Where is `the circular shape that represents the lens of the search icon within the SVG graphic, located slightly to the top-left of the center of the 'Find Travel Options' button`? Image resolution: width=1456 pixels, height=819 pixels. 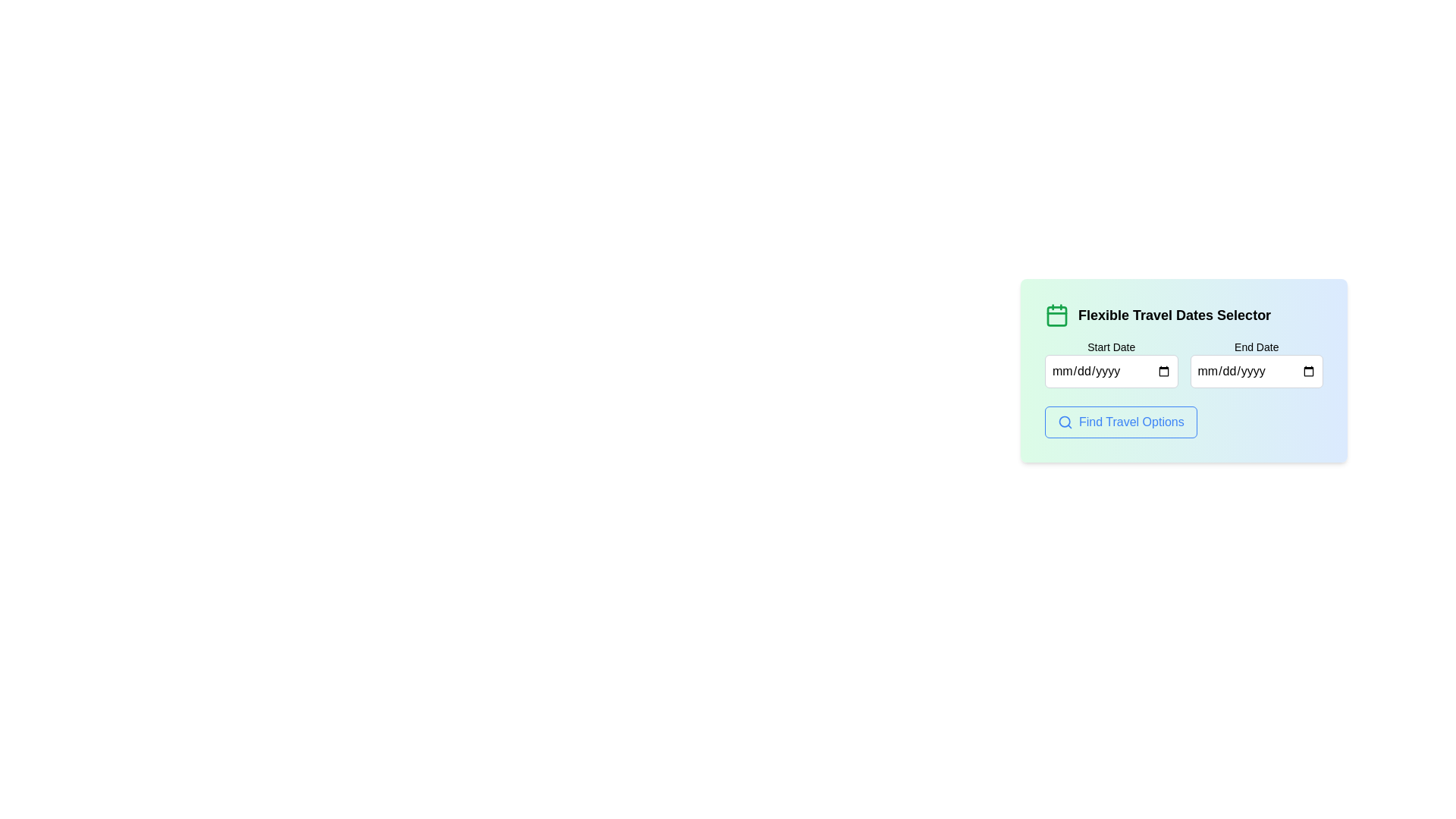
the circular shape that represents the lens of the search icon within the SVG graphic, located slightly to the top-left of the center of the 'Find Travel Options' button is located at coordinates (1064, 422).